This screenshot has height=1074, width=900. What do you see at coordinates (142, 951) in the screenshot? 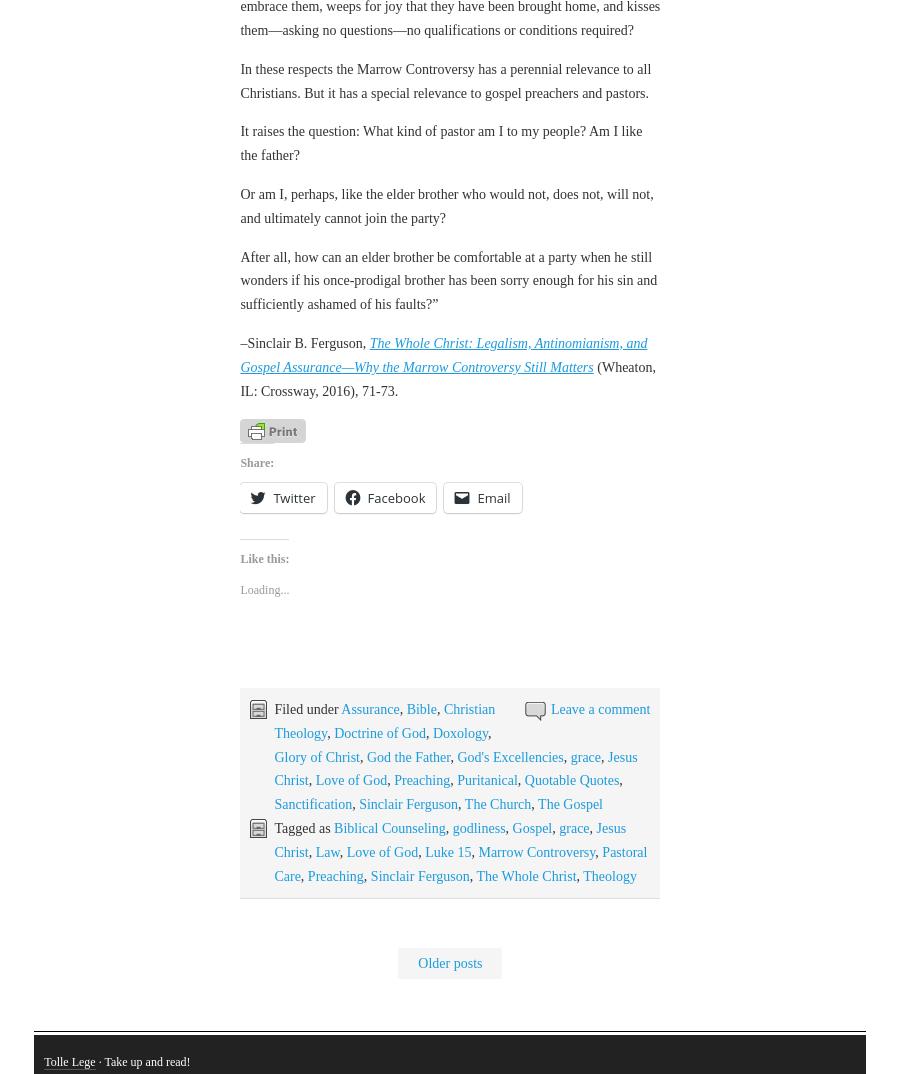
I see `'· Take up and read!'` at bounding box center [142, 951].